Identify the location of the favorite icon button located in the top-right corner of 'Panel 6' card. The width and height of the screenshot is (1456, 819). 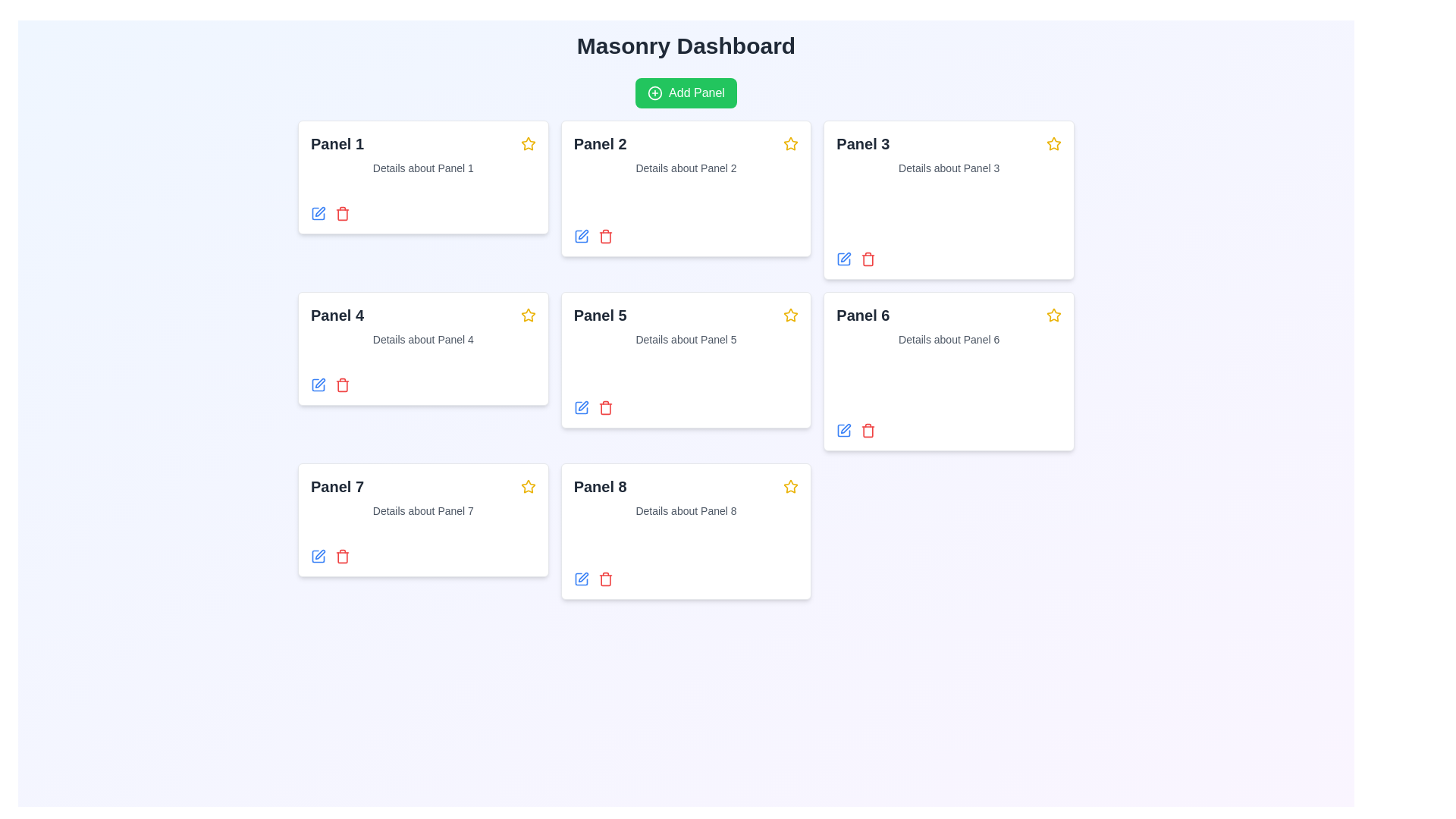
(1053, 315).